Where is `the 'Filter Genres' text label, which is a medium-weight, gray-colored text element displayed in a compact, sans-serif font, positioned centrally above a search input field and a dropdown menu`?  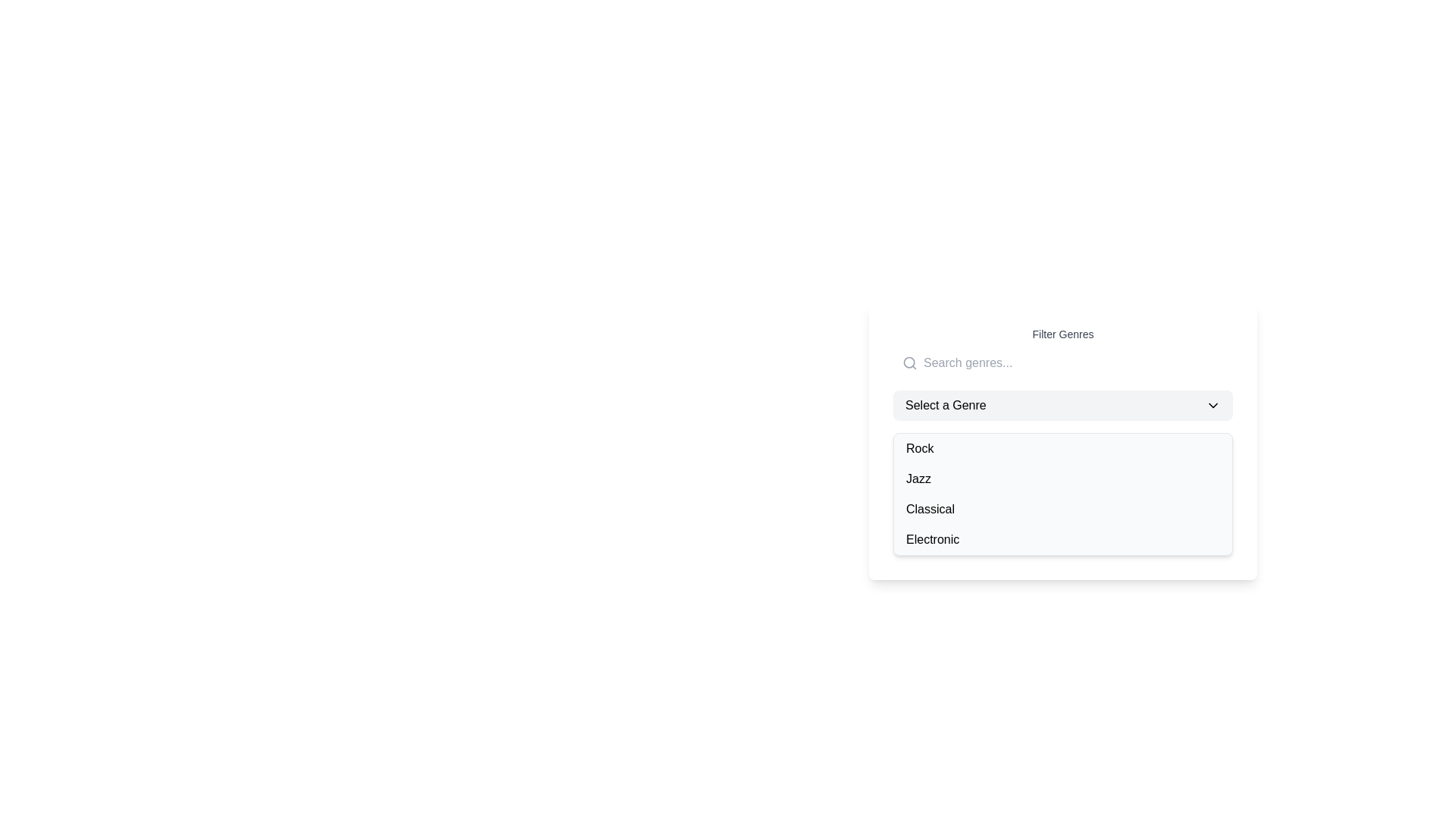 the 'Filter Genres' text label, which is a medium-weight, gray-colored text element displayed in a compact, sans-serif font, positioned centrally above a search input field and a dropdown menu is located at coordinates (1062, 333).